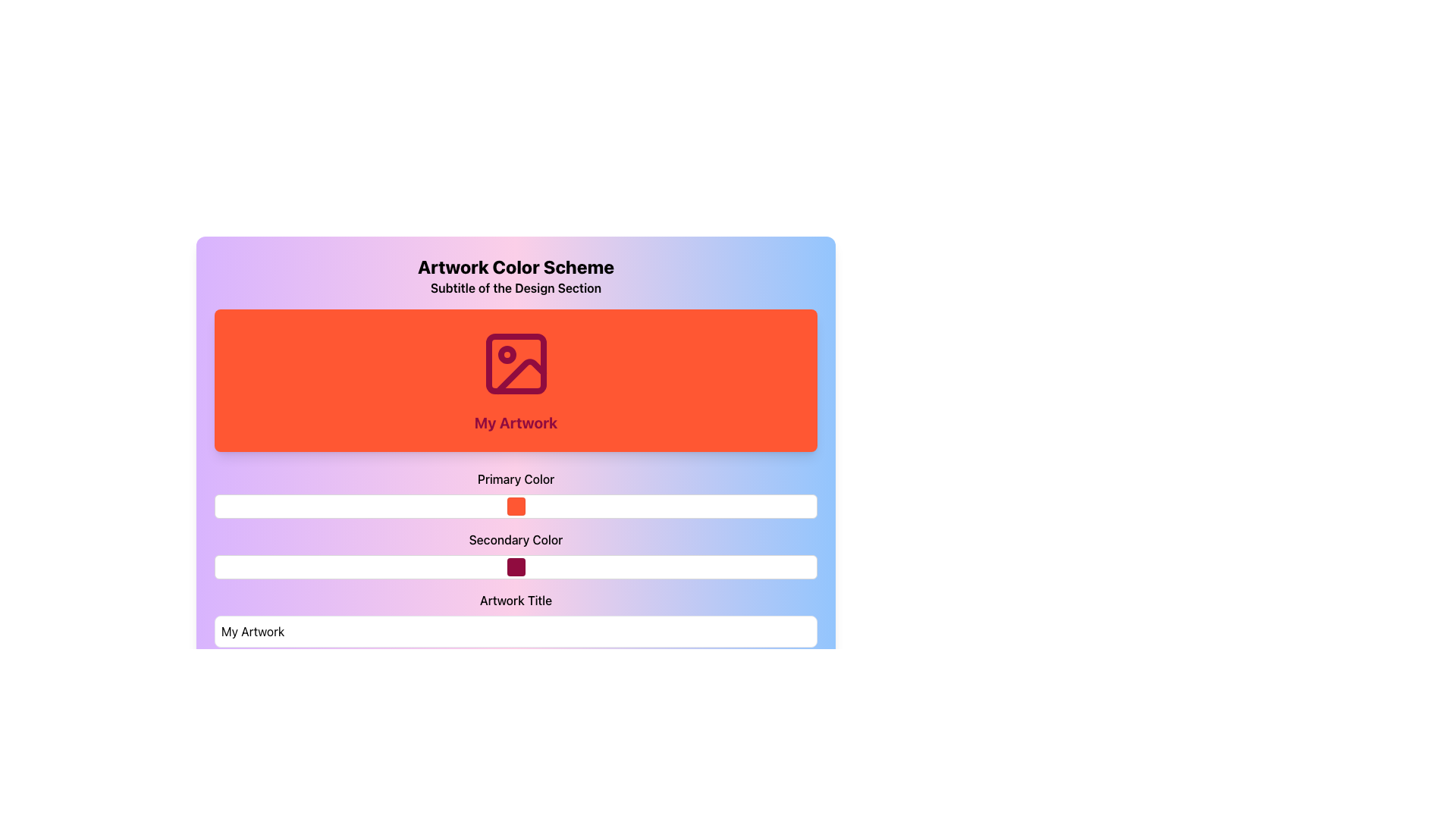 Image resolution: width=1456 pixels, height=819 pixels. Describe the element at coordinates (516, 555) in the screenshot. I see `the 'Secondary Color' rectangular block of the Color Picker` at that location.